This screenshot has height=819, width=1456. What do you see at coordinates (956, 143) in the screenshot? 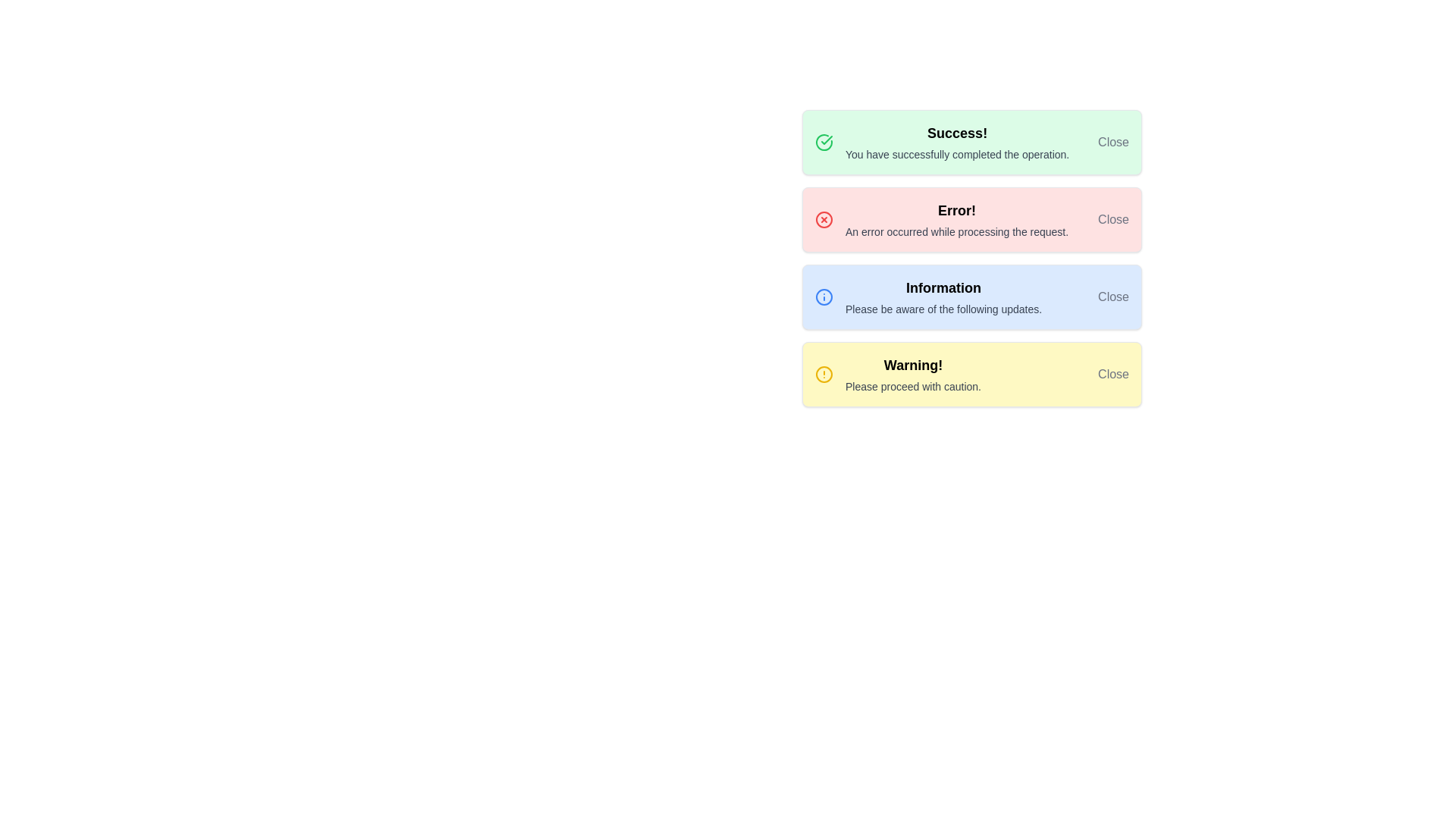
I see `the textual notification message indicating successful completion of an operation, located centrally to the left of the 'Close' button in the notification box` at bounding box center [956, 143].